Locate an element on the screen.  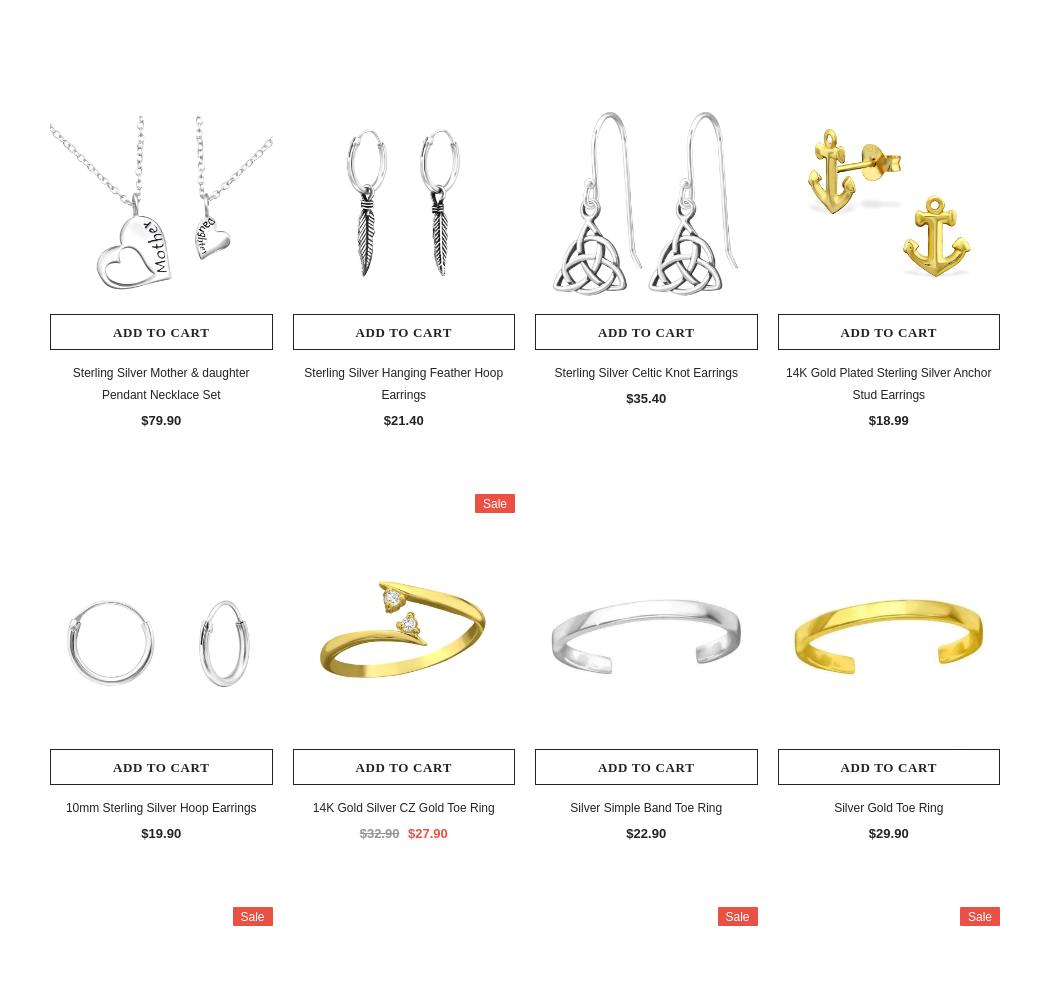
'10mm Sterling Silver Hoop Earrings' is located at coordinates (160, 805).